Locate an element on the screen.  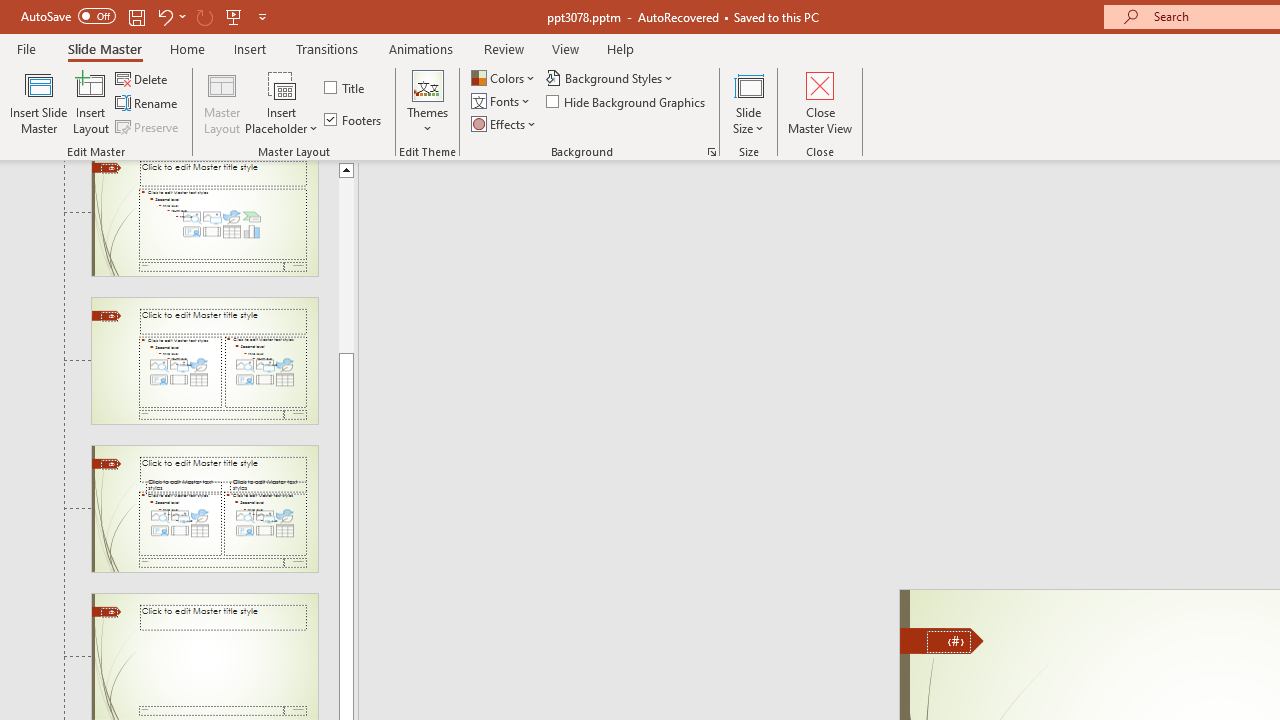
'Content' is located at coordinates (281, 84).